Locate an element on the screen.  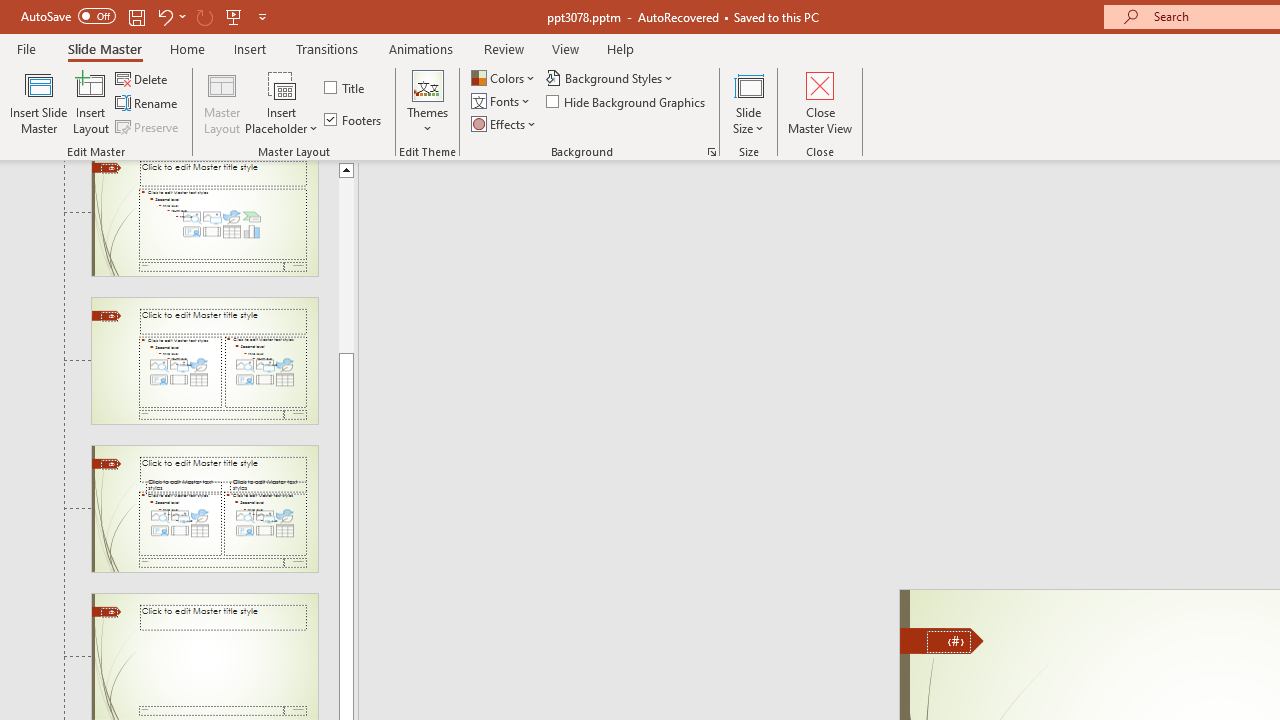
'Content' is located at coordinates (281, 84).